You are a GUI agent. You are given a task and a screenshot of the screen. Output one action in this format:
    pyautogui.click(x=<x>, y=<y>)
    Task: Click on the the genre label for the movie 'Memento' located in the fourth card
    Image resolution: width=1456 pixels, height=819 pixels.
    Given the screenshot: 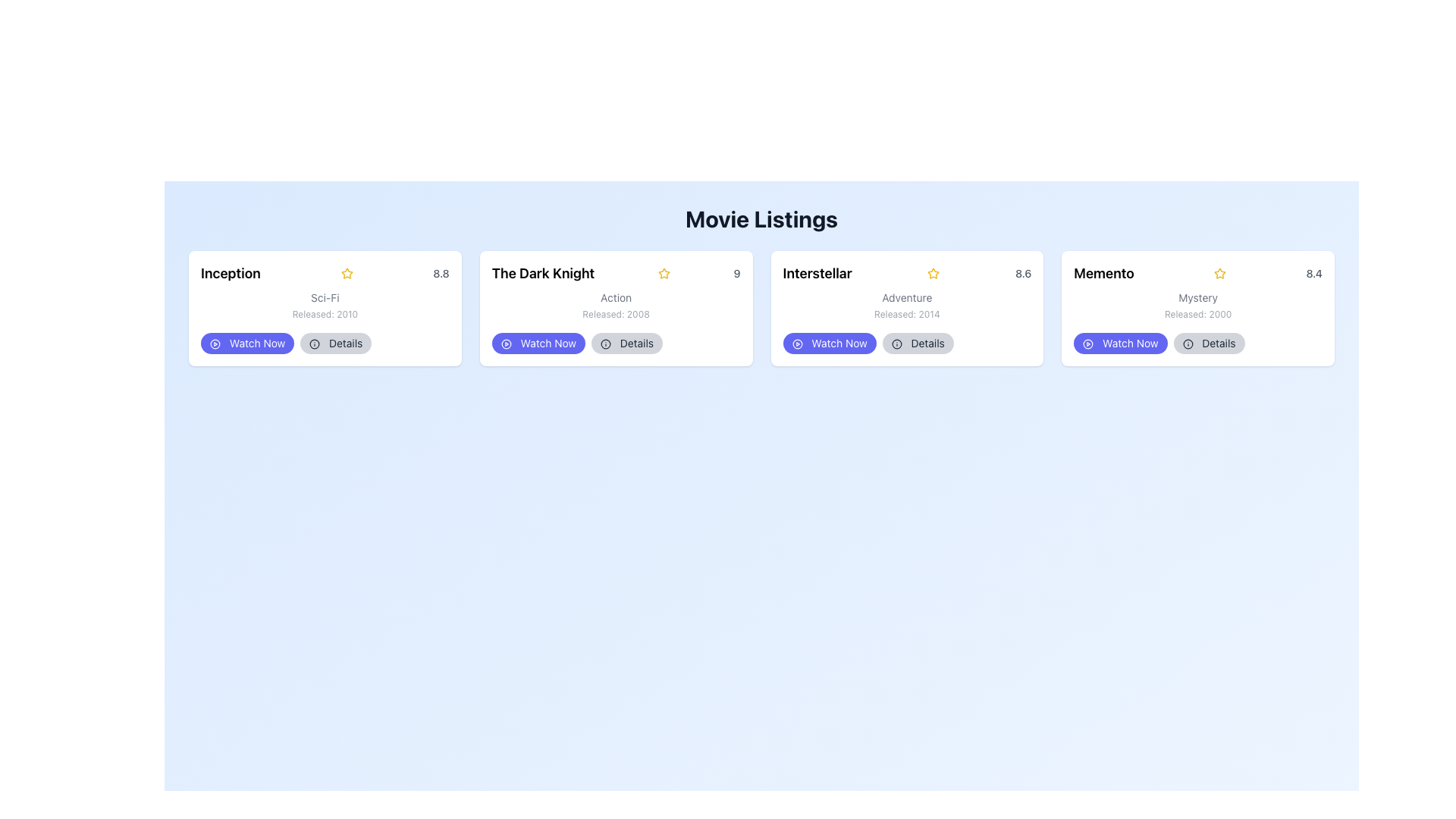 What is the action you would take?
    pyautogui.click(x=1197, y=298)
    